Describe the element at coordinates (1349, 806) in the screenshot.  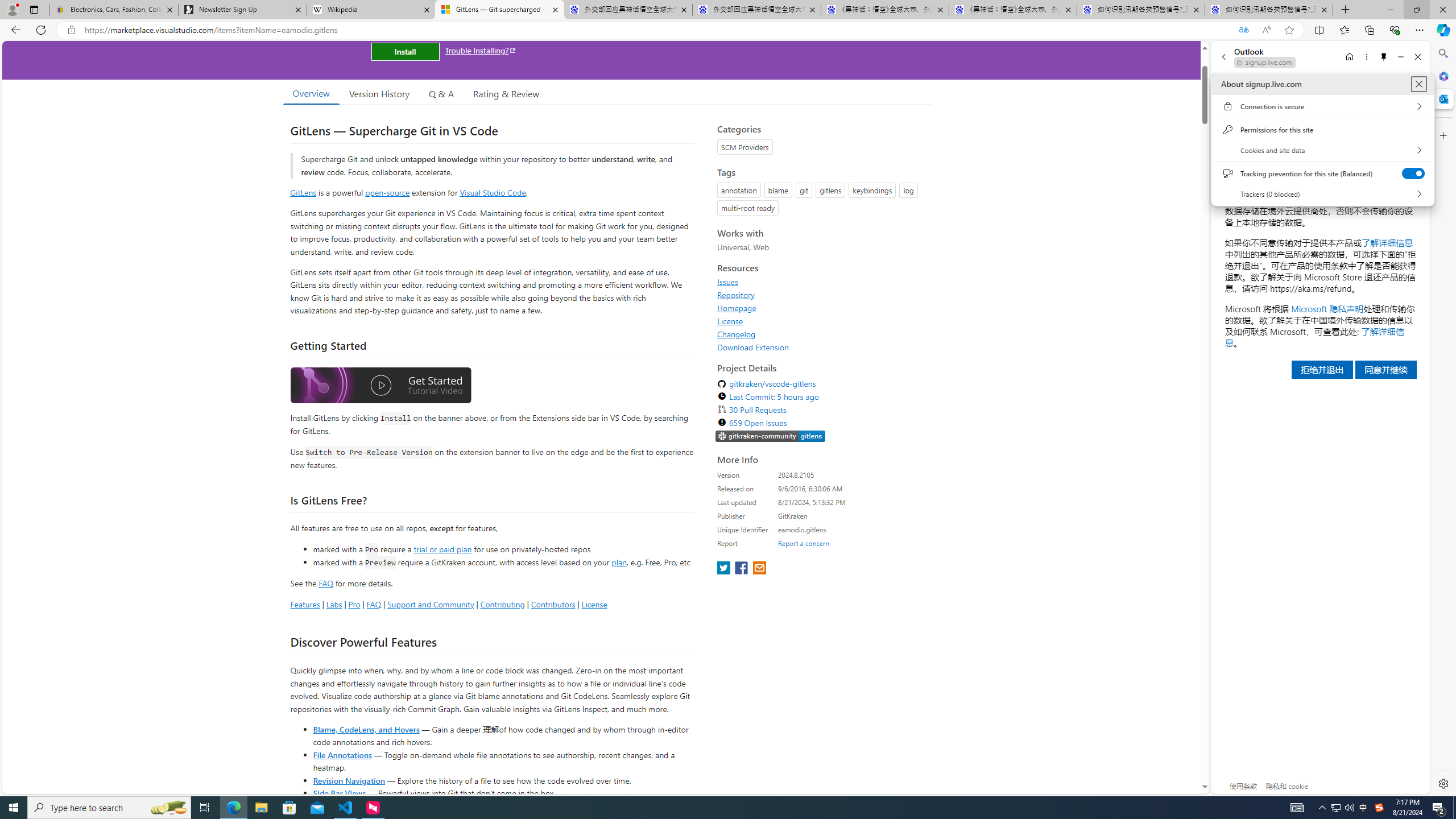
I see `'Q2790: 100%'` at that location.